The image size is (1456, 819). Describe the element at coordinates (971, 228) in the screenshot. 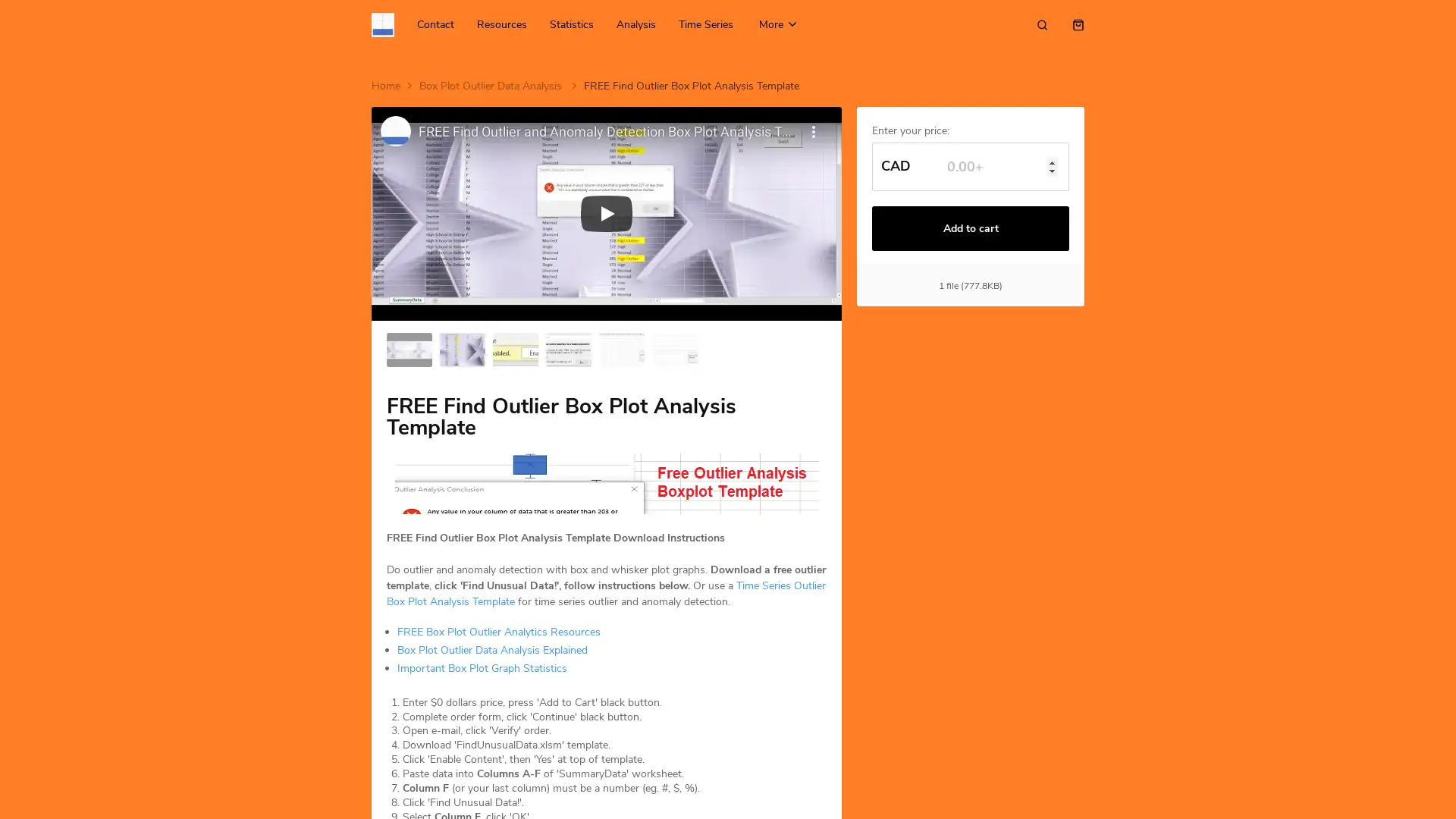

I see `Add to cart` at that location.